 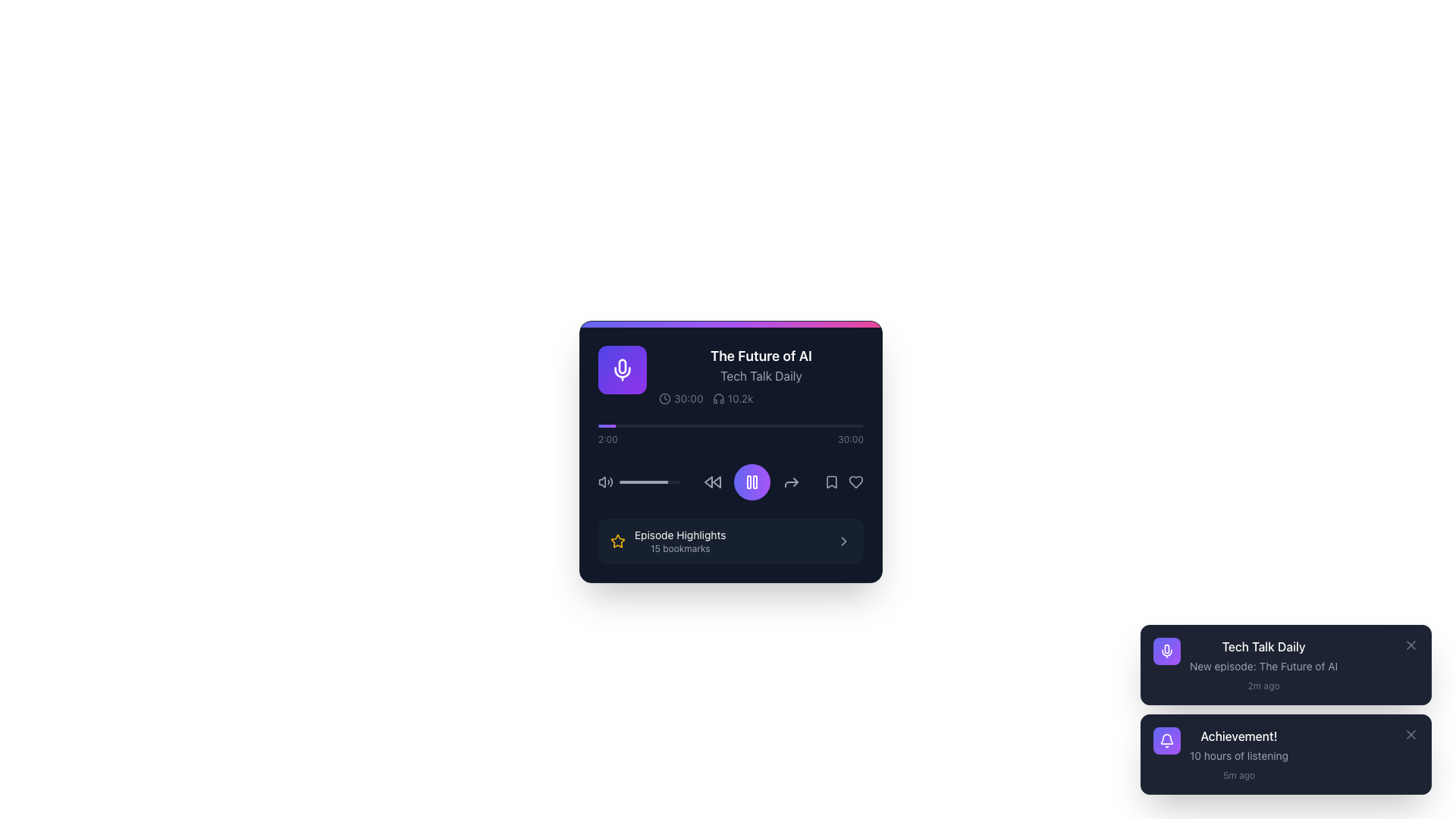 I want to click on the text label displaying the timestamp '2:00', which is light gray on a dark background, located on the left side of a horizontally aligned text group in the audio player interface, so click(x=607, y=439).